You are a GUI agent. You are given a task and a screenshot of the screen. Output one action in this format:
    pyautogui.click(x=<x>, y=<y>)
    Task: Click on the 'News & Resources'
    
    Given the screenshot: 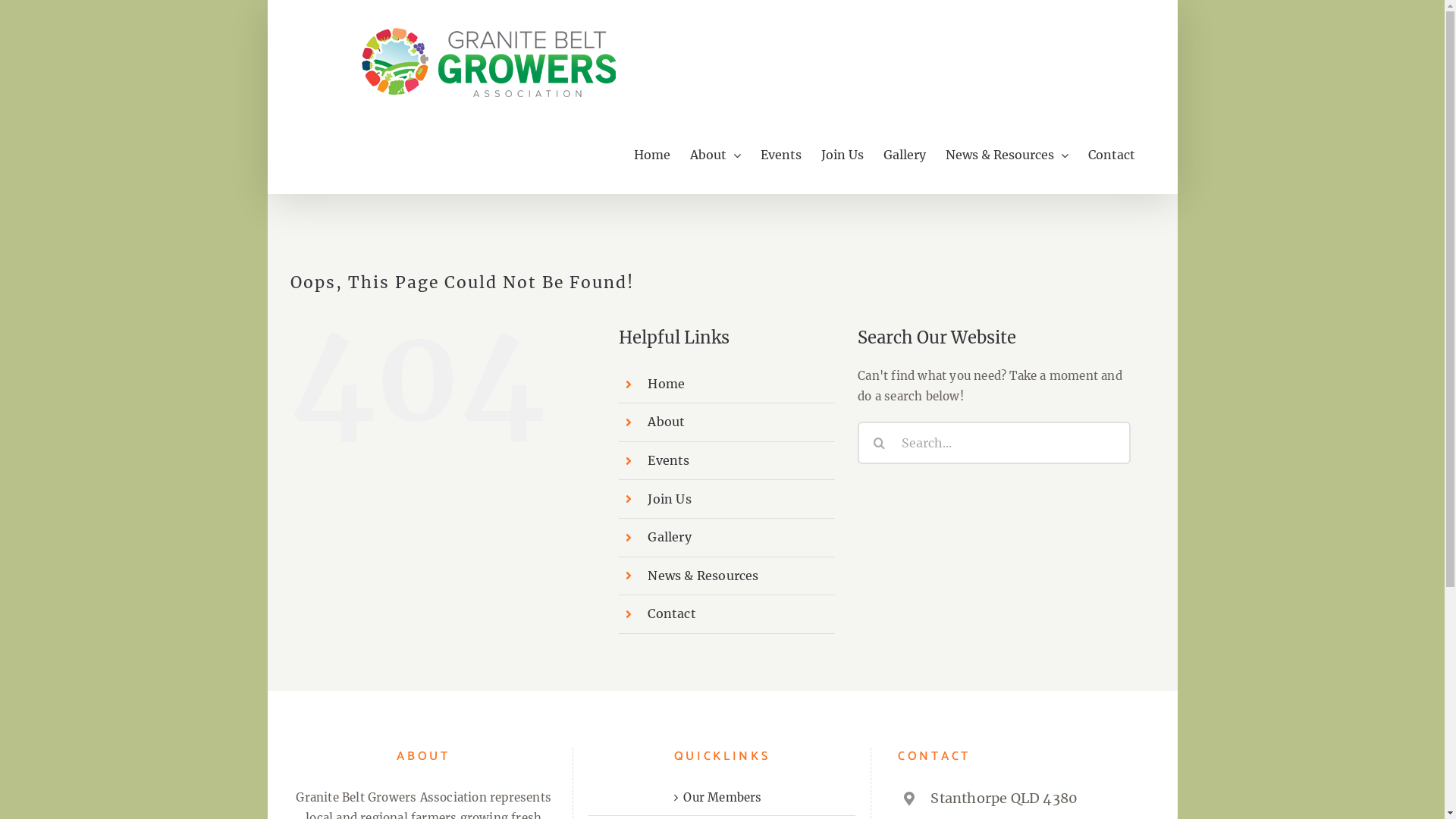 What is the action you would take?
    pyautogui.click(x=1006, y=155)
    